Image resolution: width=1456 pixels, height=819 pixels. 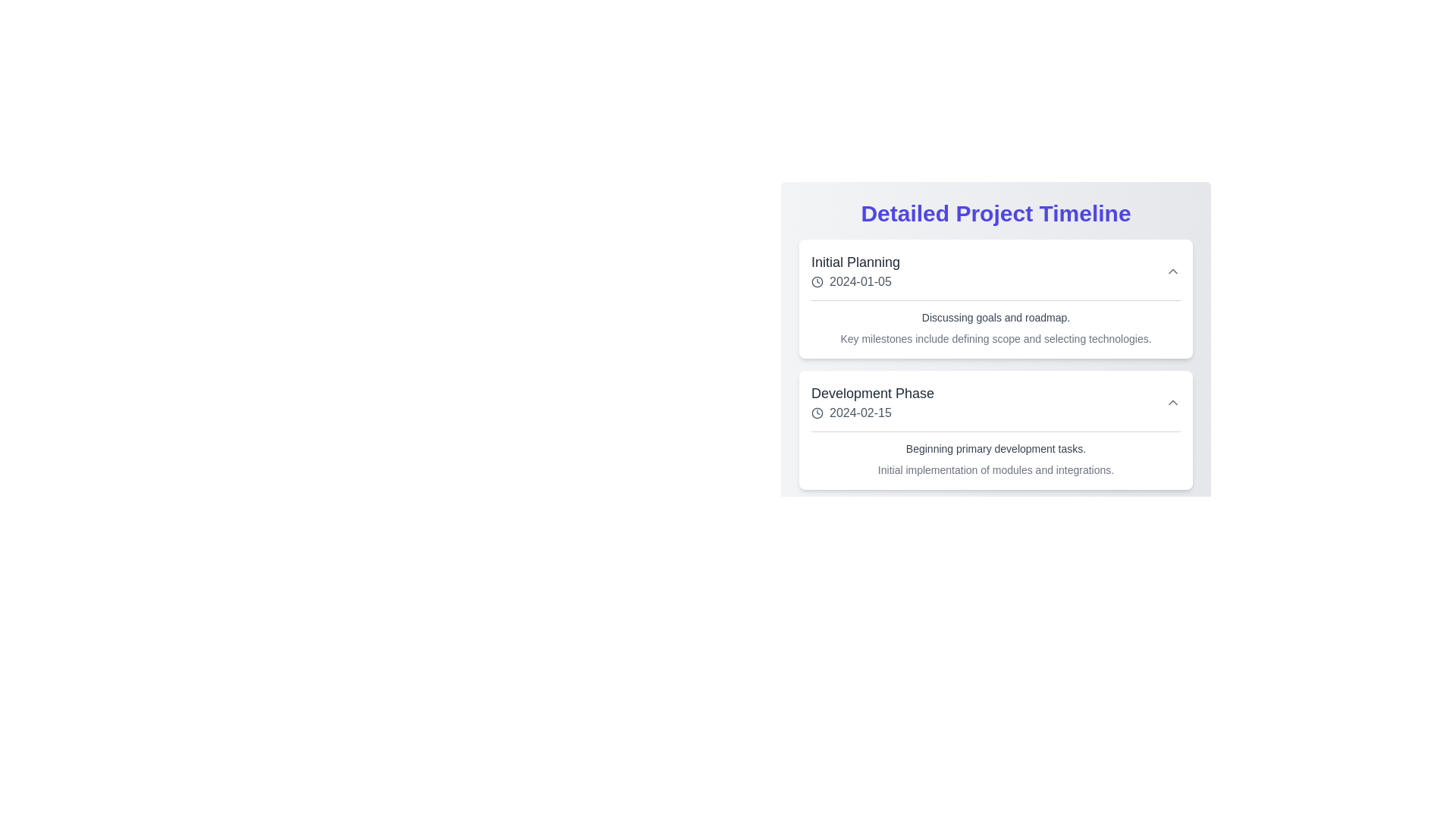 I want to click on the text block that provides a description regarding the initial implementation of modules and integrations, located below 'Beginning primary development tasks.' in the 'Development Phase' timeline section dated '2024-02-15.', so click(x=996, y=469).